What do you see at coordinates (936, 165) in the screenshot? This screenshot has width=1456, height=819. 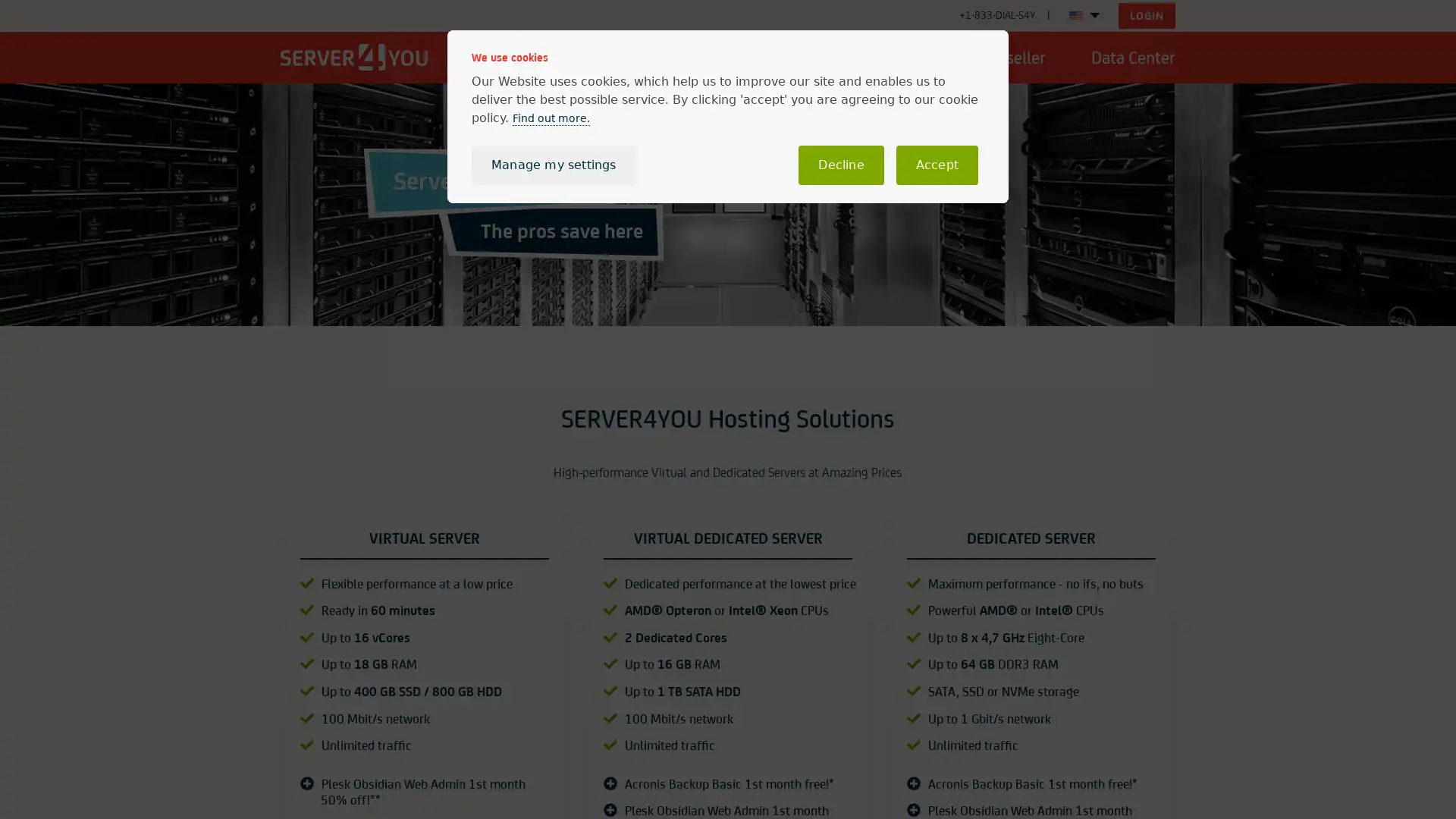 I see `Accept` at bounding box center [936, 165].